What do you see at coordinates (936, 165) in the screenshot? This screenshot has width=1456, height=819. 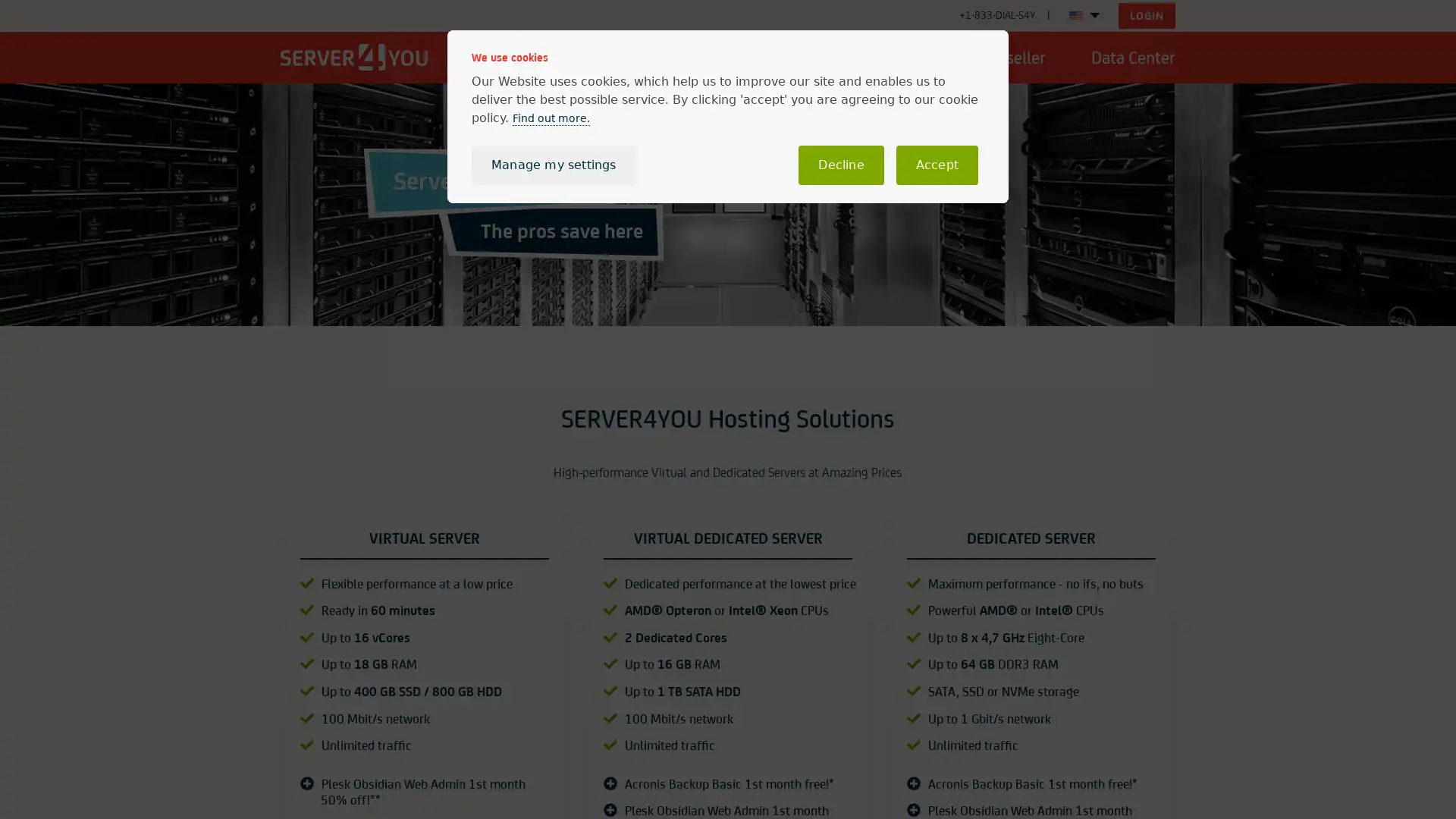 I see `Accept` at bounding box center [936, 165].